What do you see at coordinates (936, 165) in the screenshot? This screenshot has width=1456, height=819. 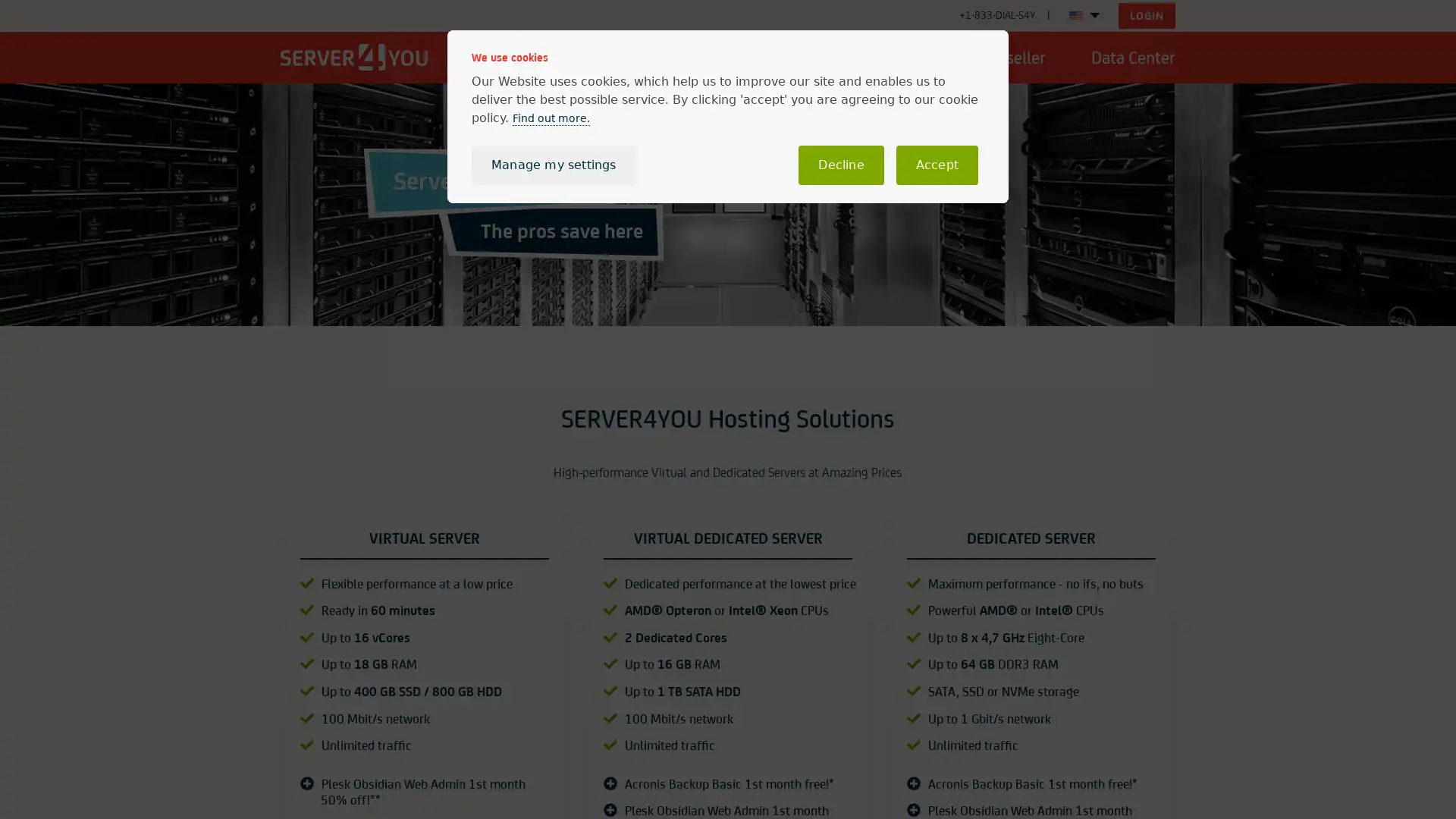 I see `Accept` at bounding box center [936, 165].